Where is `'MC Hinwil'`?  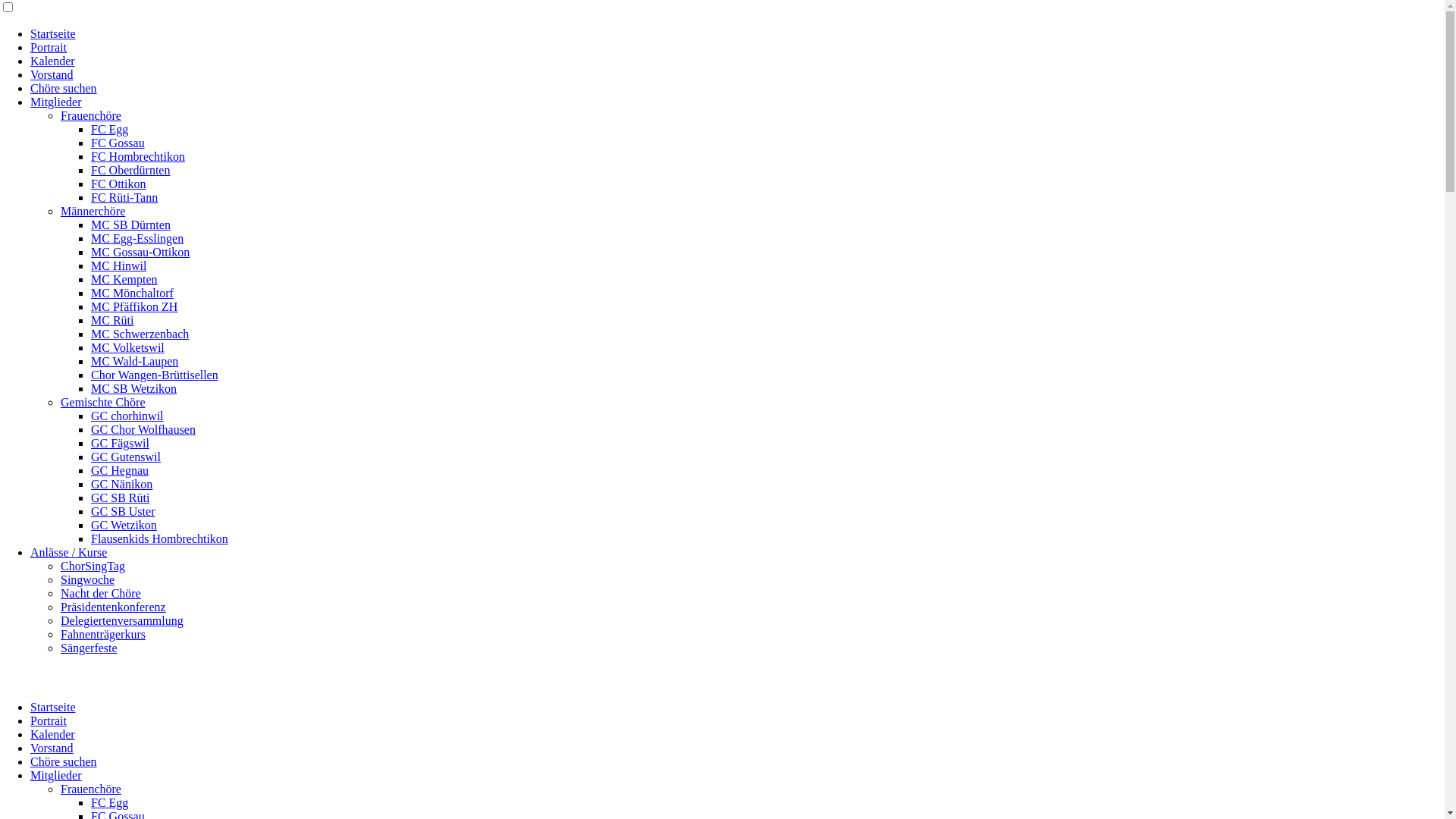
'MC Hinwil' is located at coordinates (118, 265).